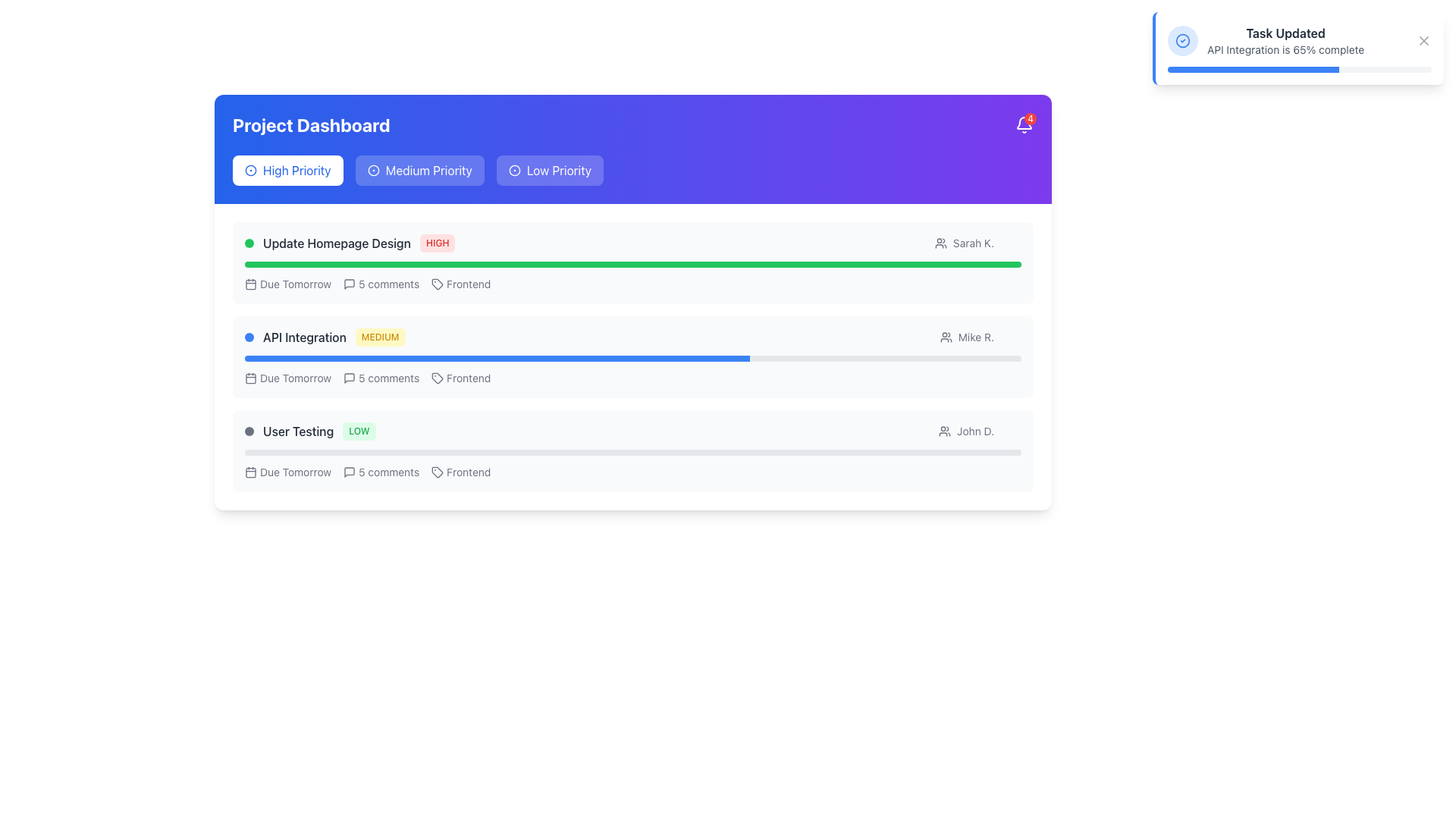  I want to click on the tag-like SVG graphic element located in the top area of the user interface adjacent to the 'Project Dashboard' section, so click(437, 284).